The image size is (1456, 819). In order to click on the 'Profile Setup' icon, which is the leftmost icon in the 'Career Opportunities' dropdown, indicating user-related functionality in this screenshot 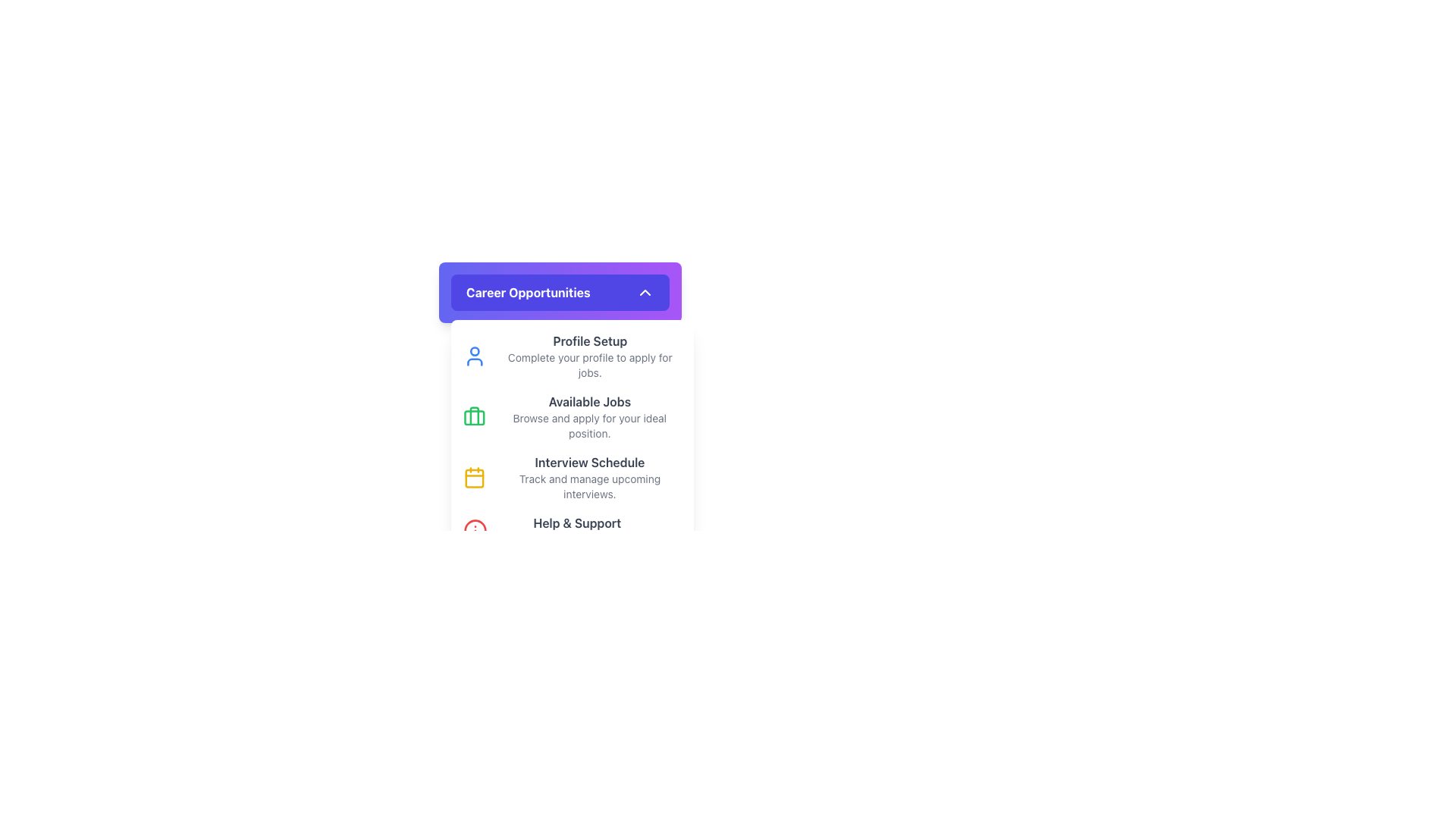, I will do `click(474, 356)`.